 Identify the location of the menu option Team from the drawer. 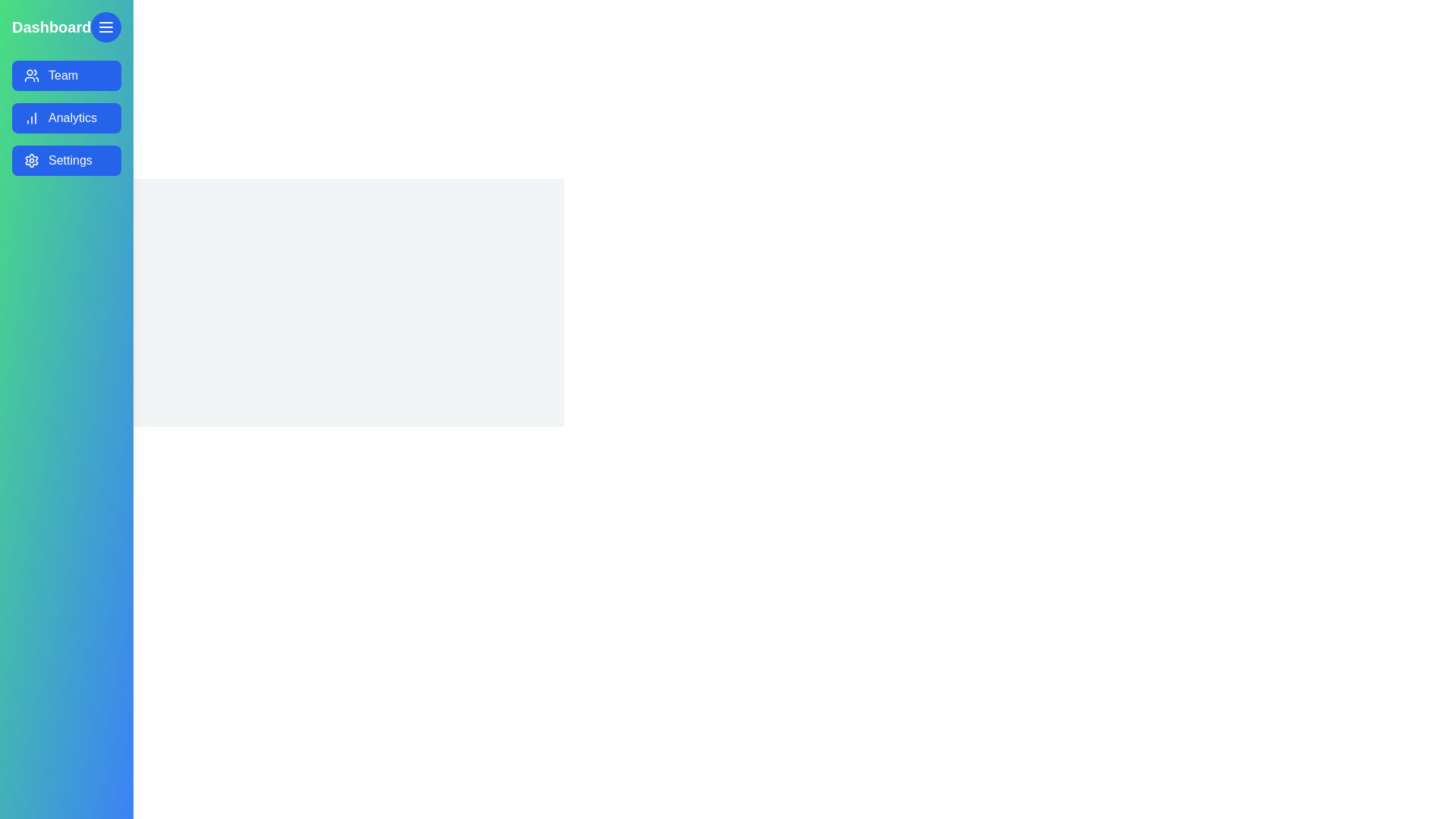
(65, 76).